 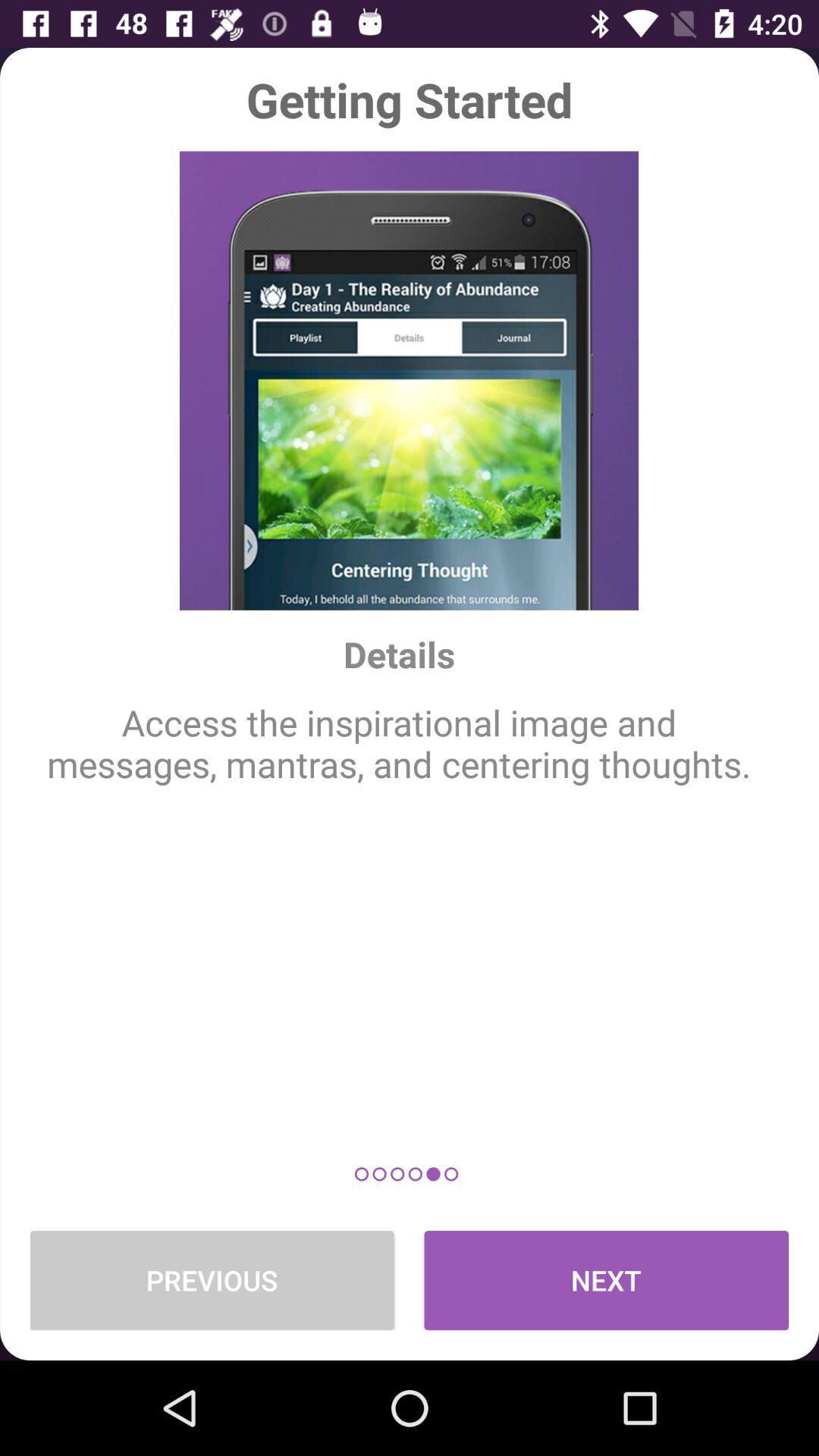 I want to click on item to the right of previous icon, so click(x=605, y=1279).